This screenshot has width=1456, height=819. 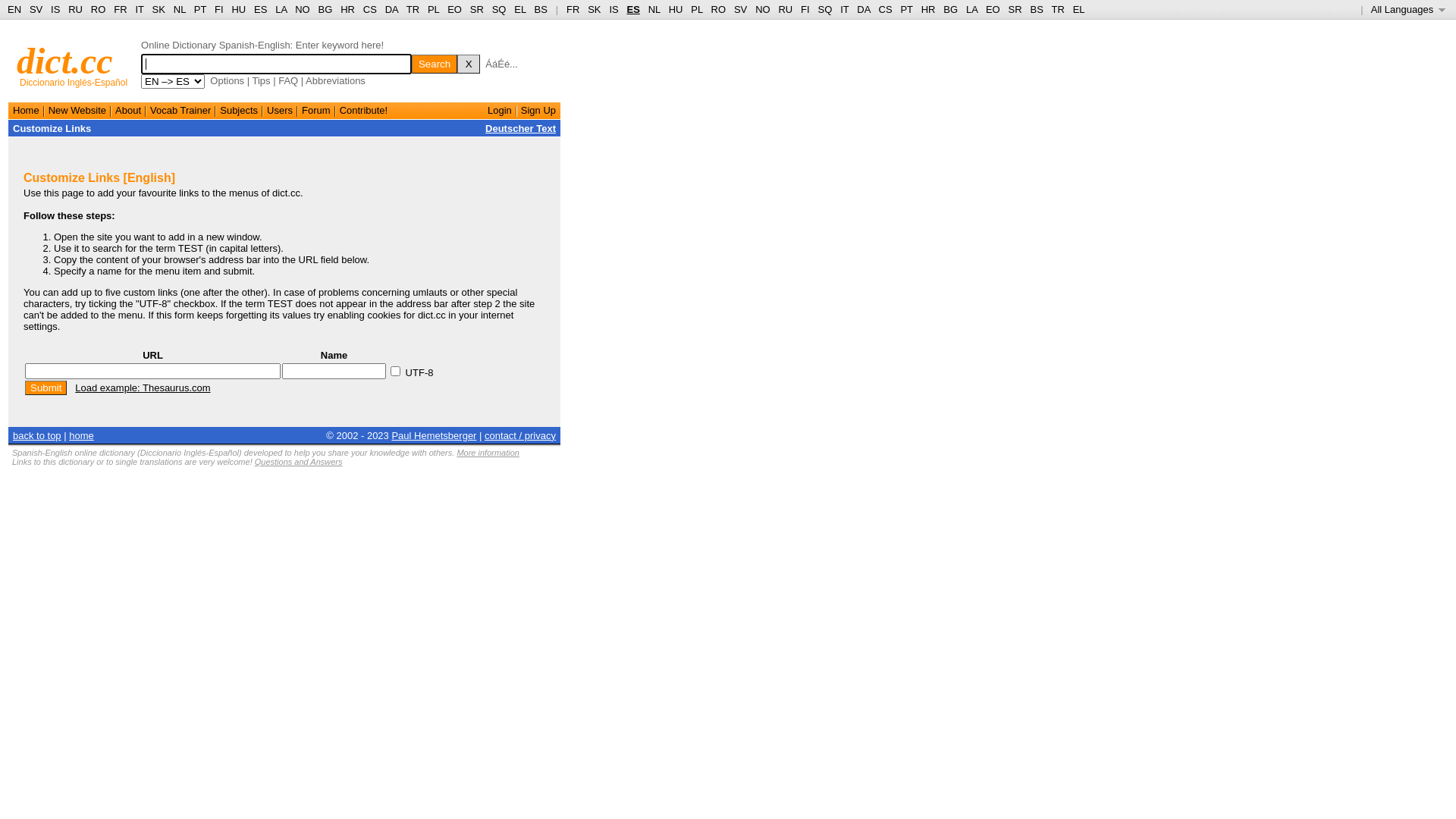 What do you see at coordinates (261, 80) in the screenshot?
I see `'Tips'` at bounding box center [261, 80].